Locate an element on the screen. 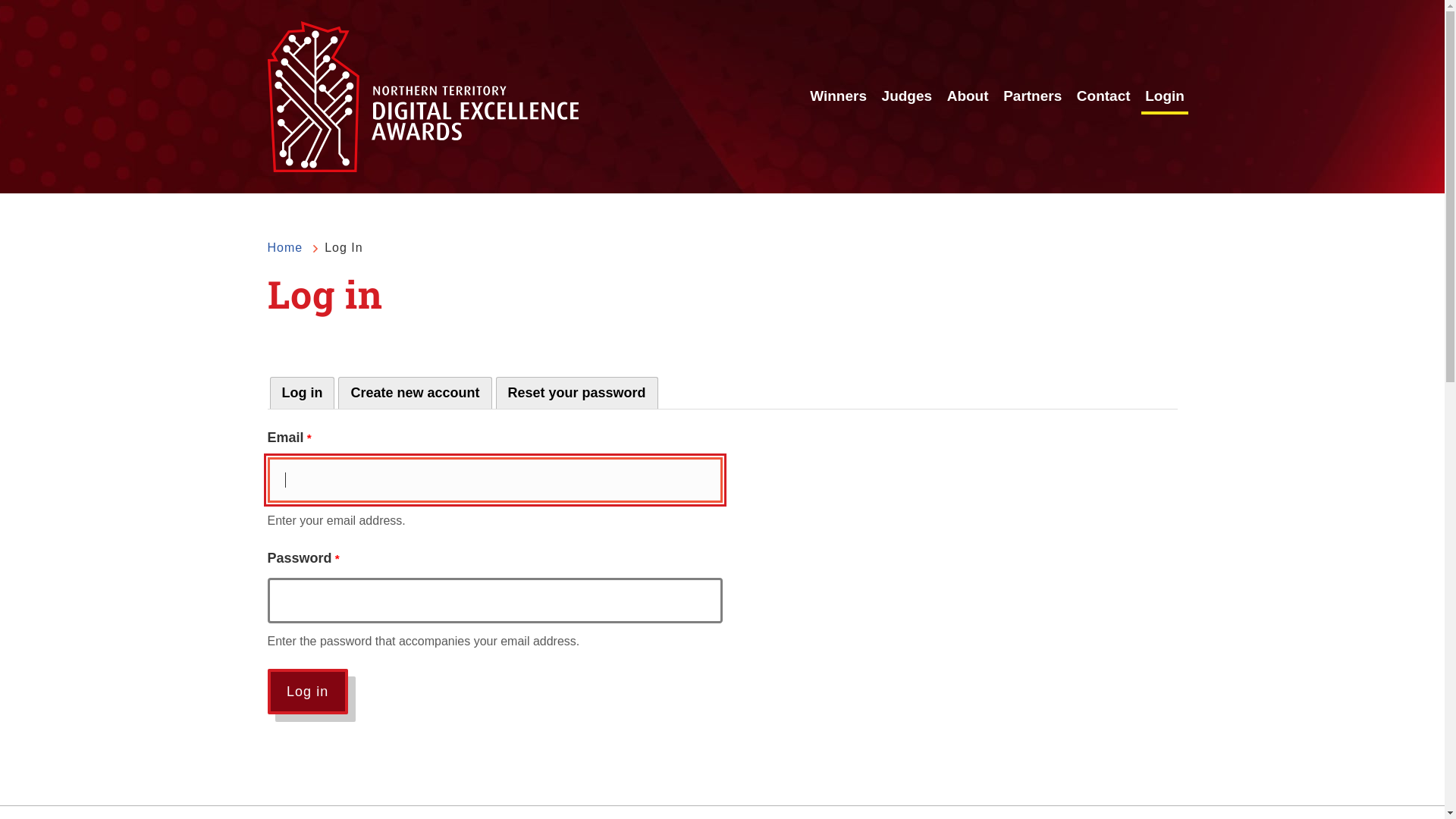  'Login' is located at coordinates (1164, 96).